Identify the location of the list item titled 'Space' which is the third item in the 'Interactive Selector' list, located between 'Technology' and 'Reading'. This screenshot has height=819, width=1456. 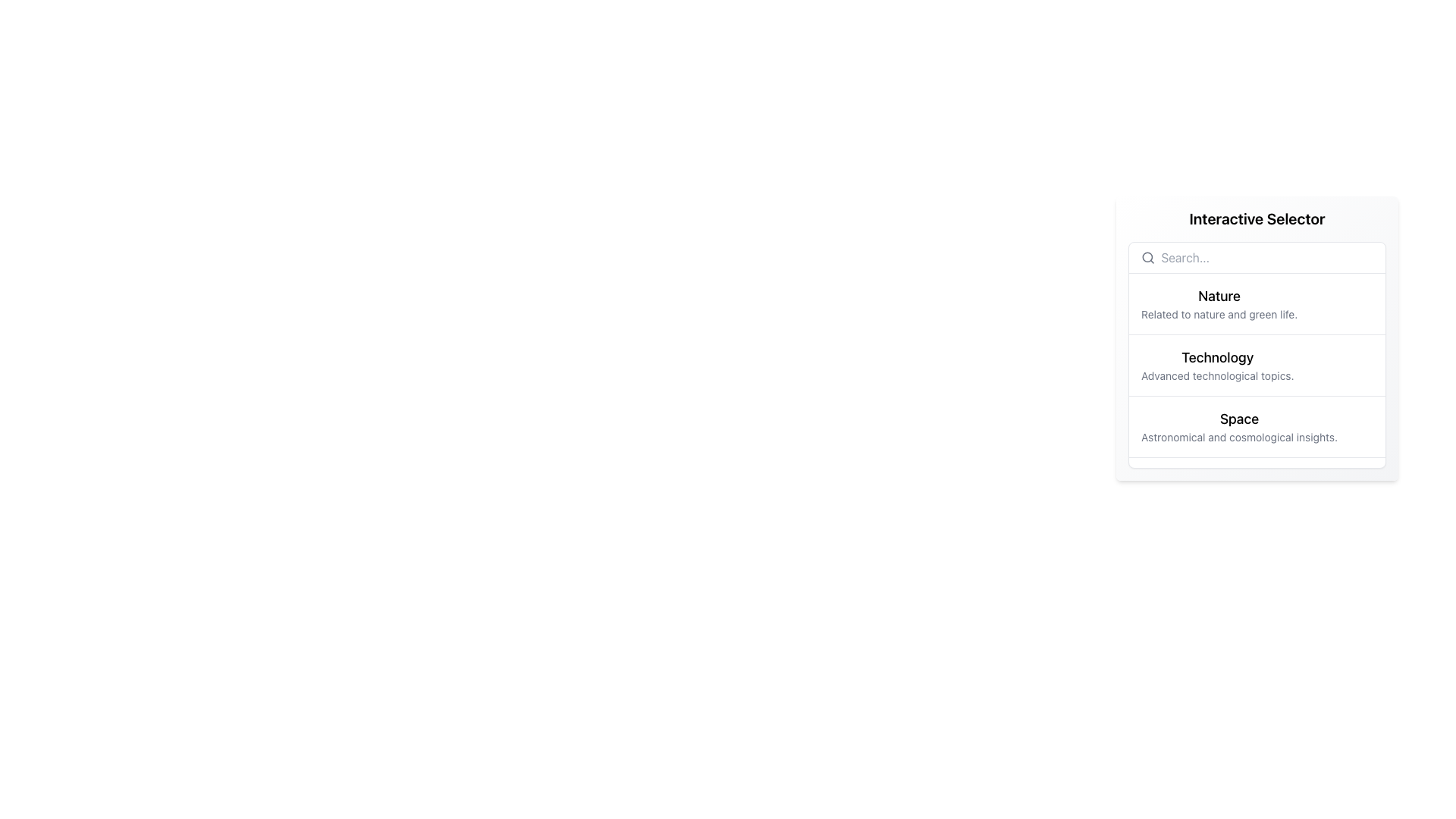
(1257, 427).